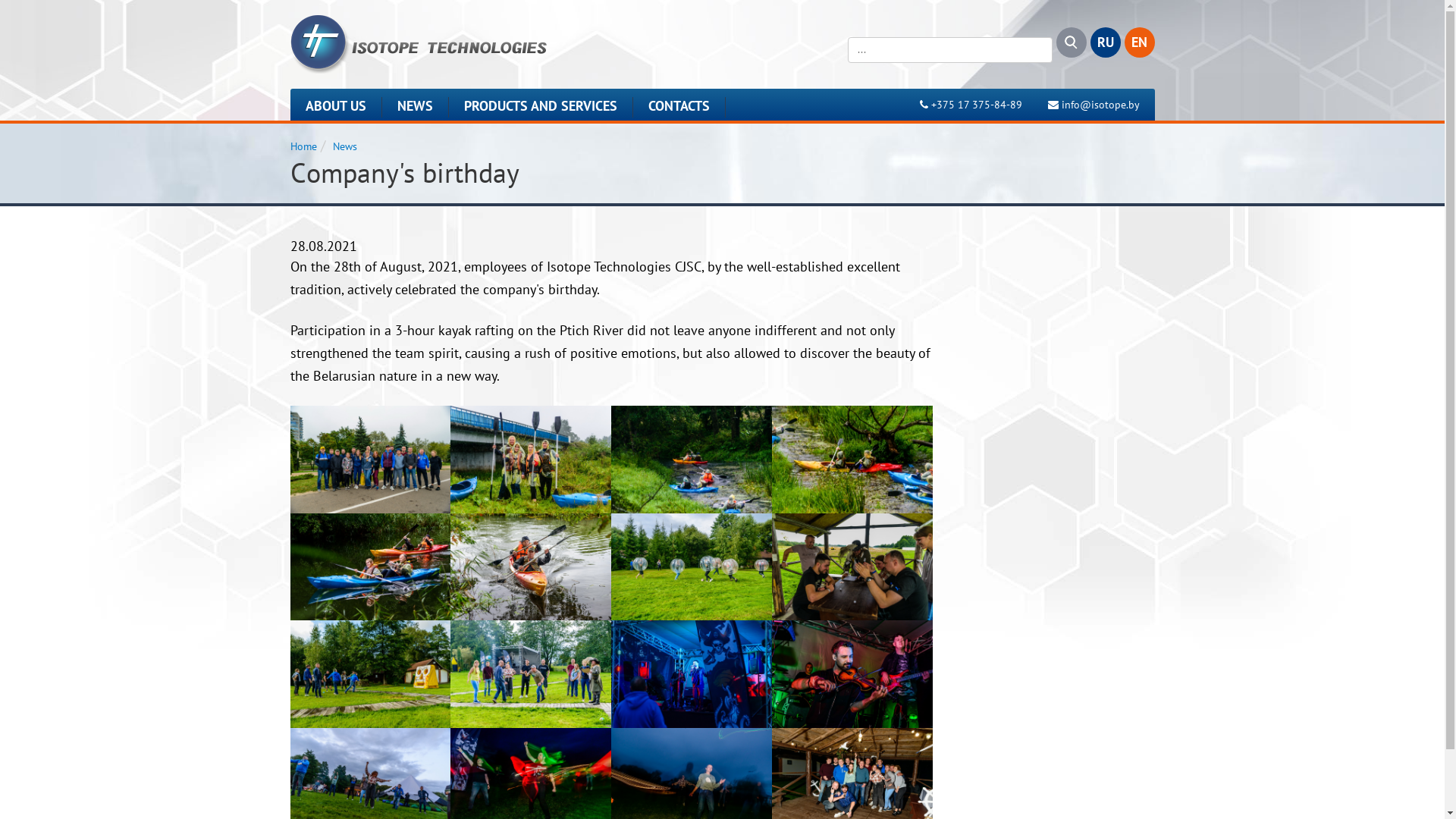 The height and width of the screenshot is (819, 1456). I want to click on '23th-2021', so click(531, 673).